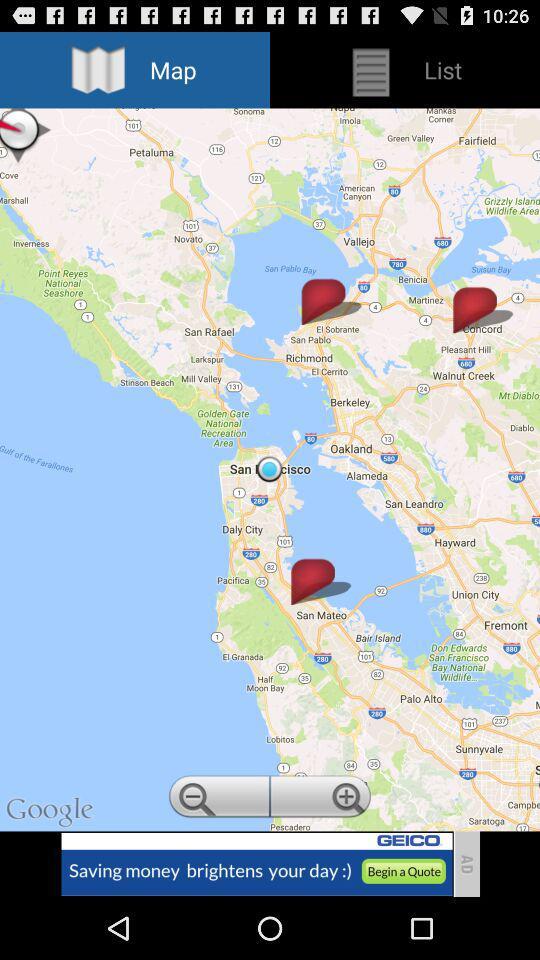 The image size is (540, 960). Describe the element at coordinates (256, 863) in the screenshot. I see `advertisement` at that location.